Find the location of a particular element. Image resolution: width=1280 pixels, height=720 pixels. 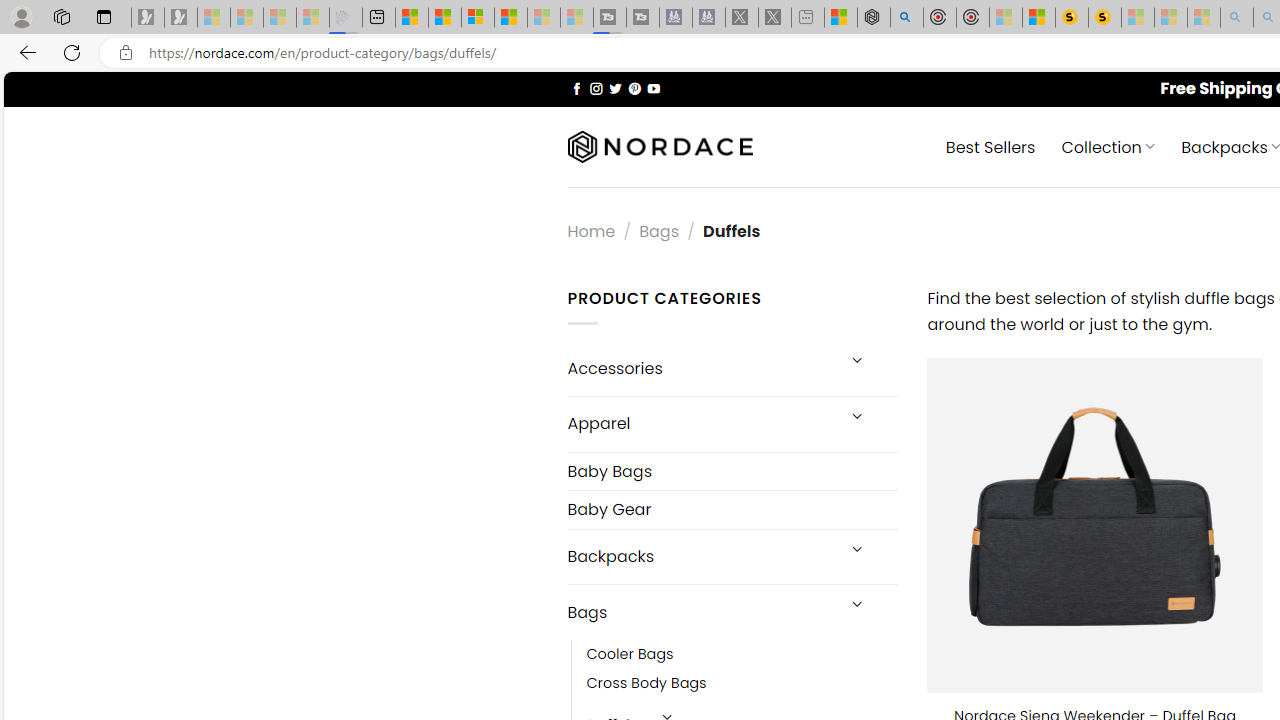

' Best Sellers' is located at coordinates (990, 145).